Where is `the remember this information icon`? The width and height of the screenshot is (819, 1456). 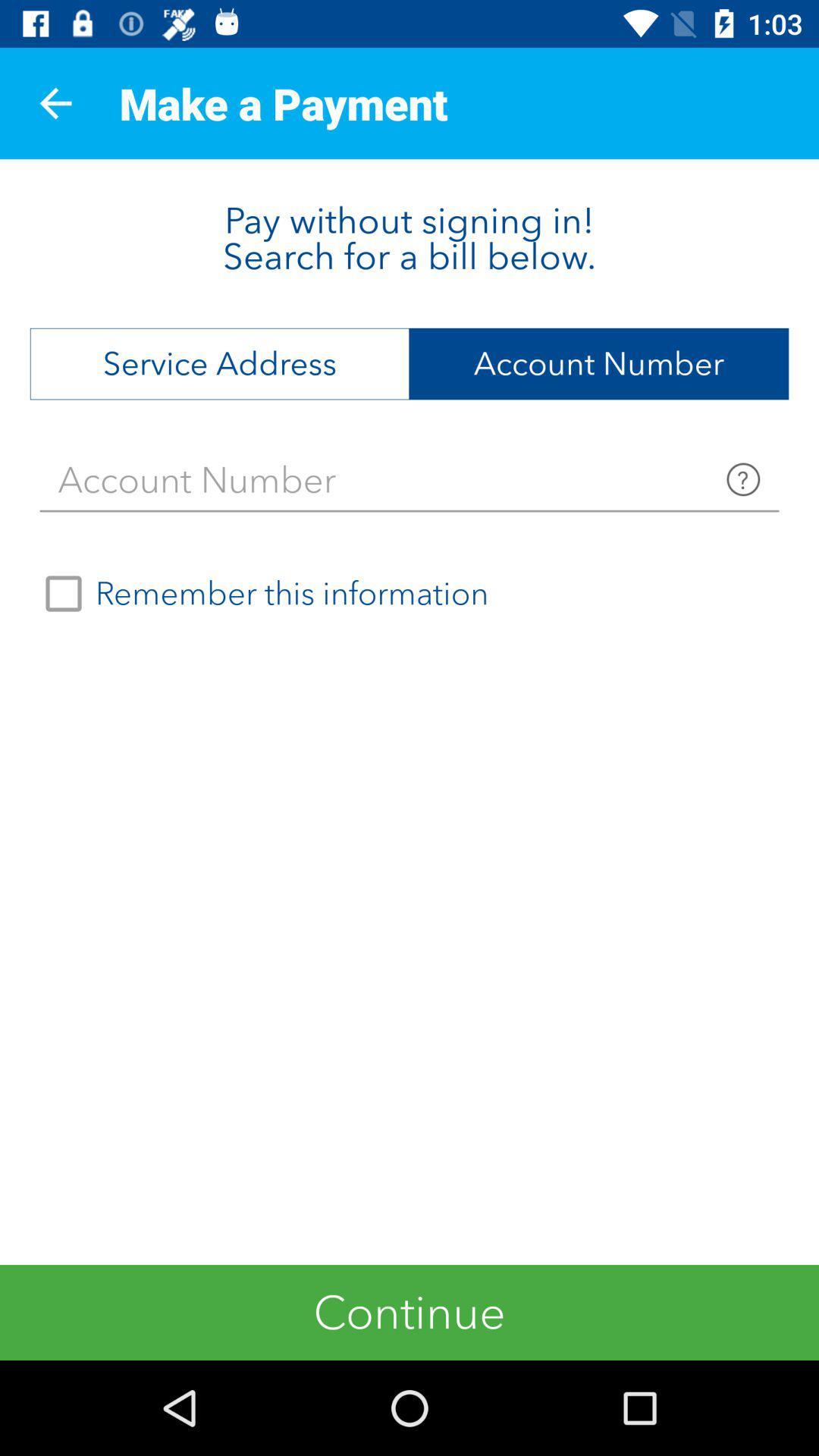 the remember this information icon is located at coordinates (259, 592).